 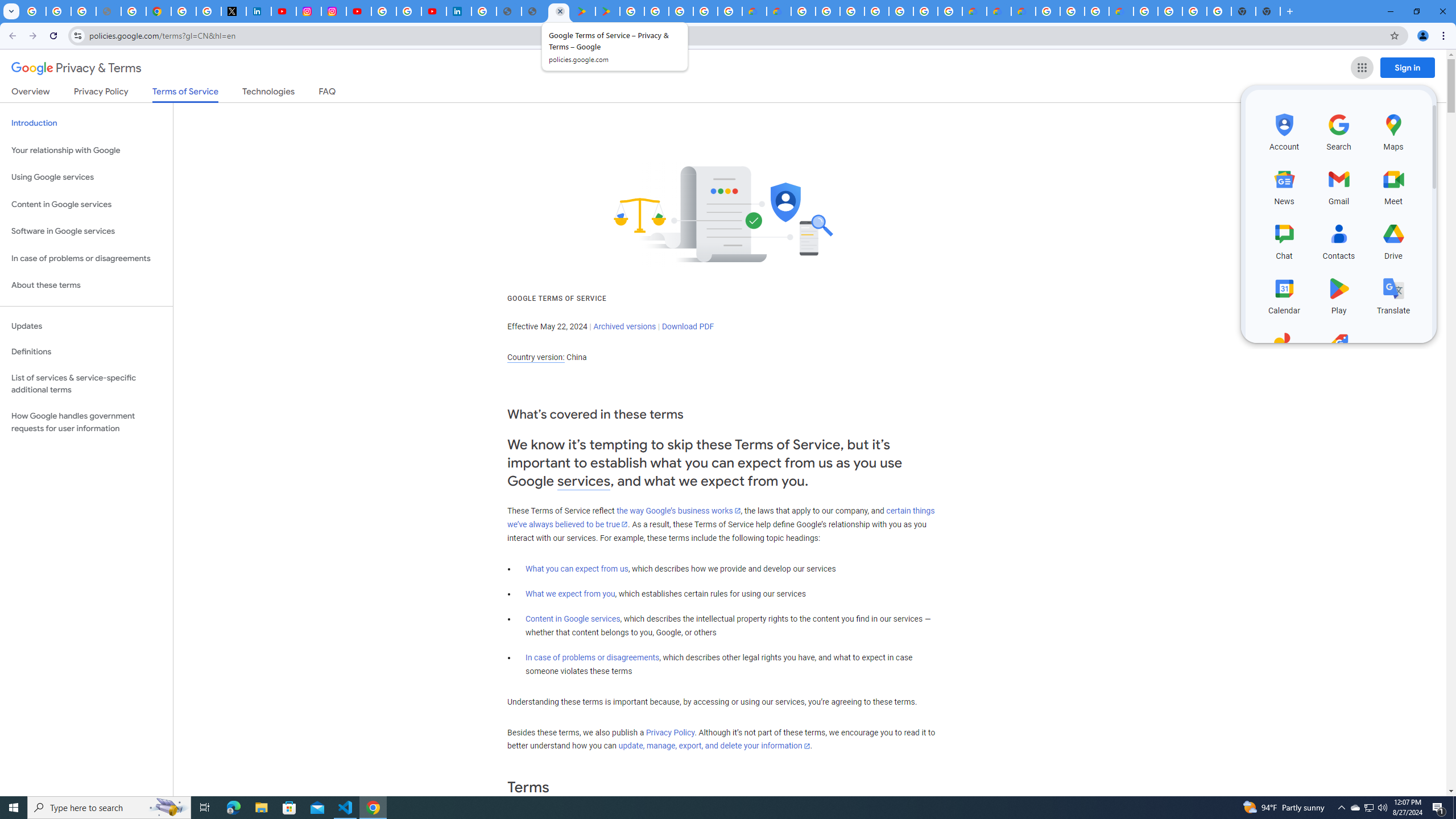 I want to click on 'In case of problems or disagreements', so click(x=591, y=657).